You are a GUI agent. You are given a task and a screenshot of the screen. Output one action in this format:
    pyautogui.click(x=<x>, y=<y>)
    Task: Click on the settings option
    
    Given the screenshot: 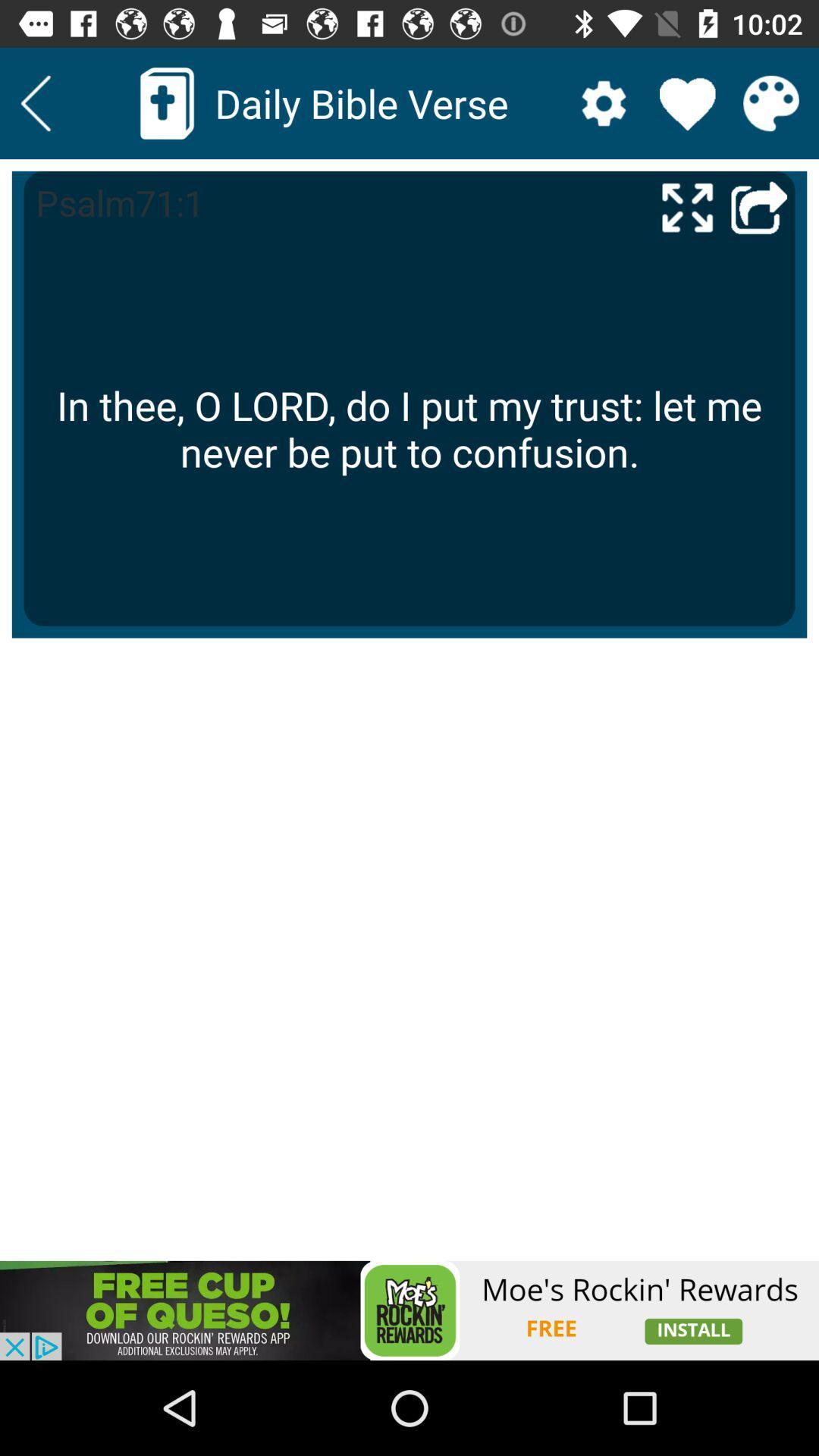 What is the action you would take?
    pyautogui.click(x=603, y=102)
    